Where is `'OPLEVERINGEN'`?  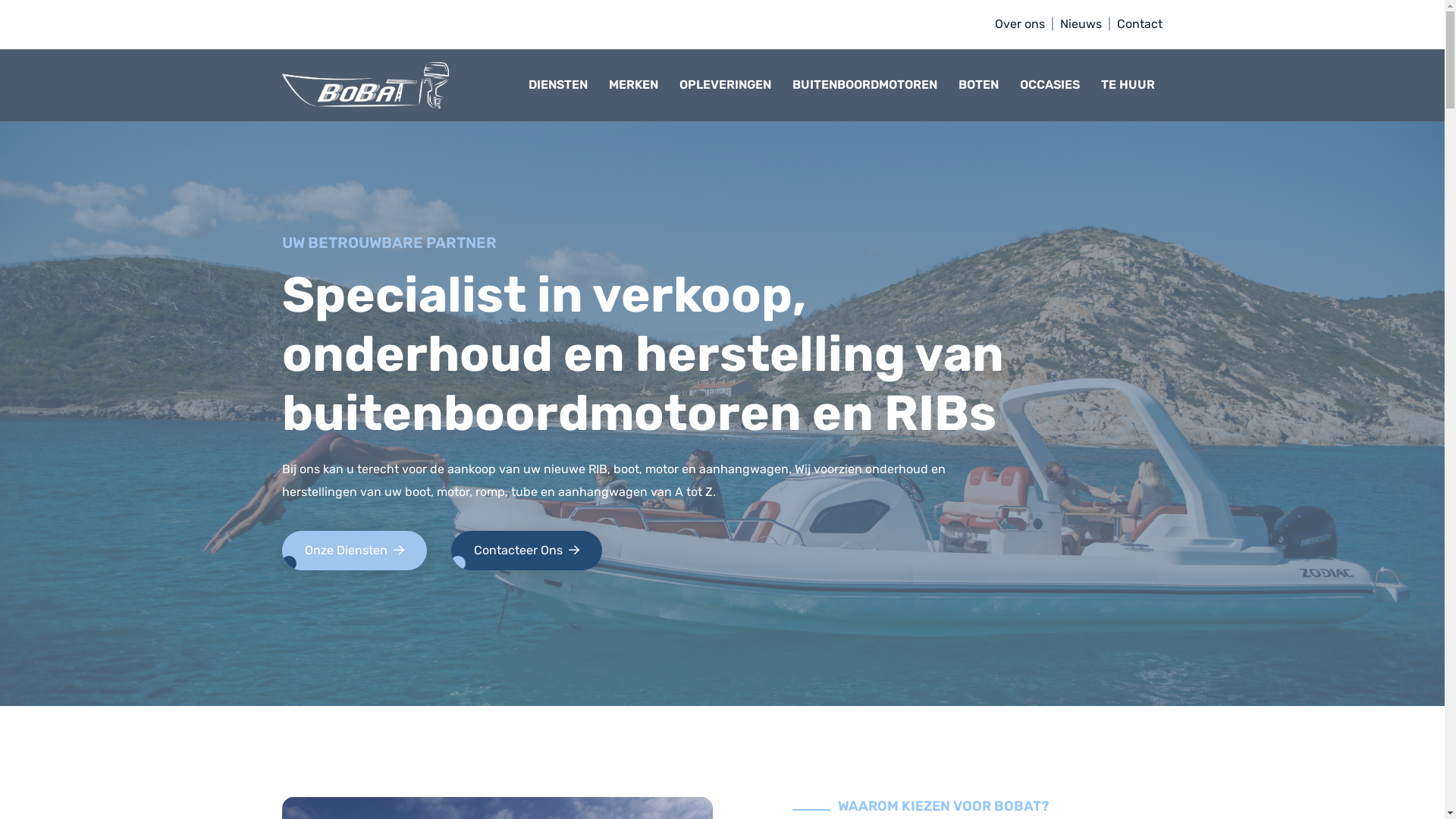
'OPLEVERINGEN' is located at coordinates (729, 85).